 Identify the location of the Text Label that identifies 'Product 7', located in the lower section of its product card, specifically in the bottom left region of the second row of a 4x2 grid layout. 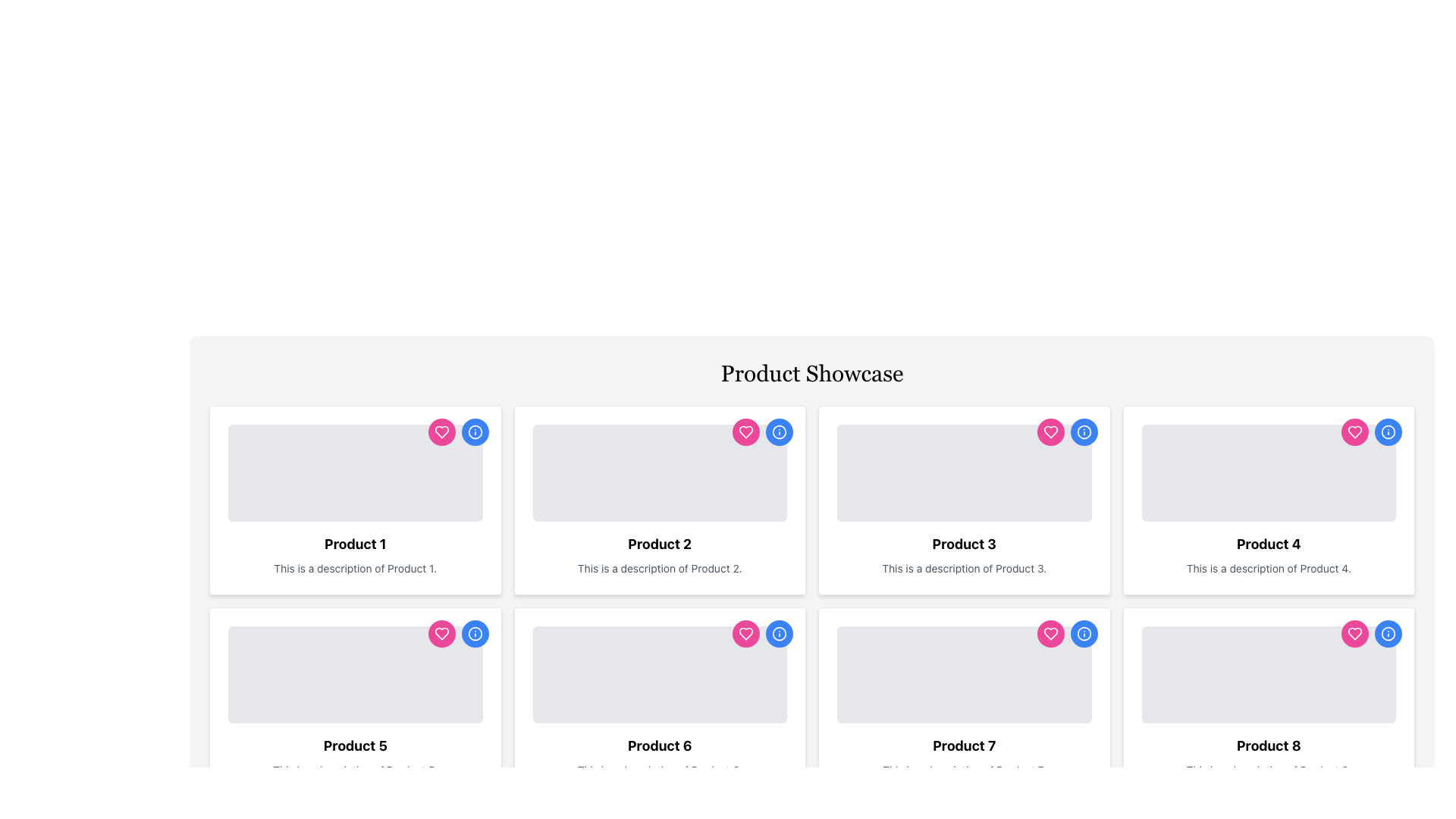
(963, 745).